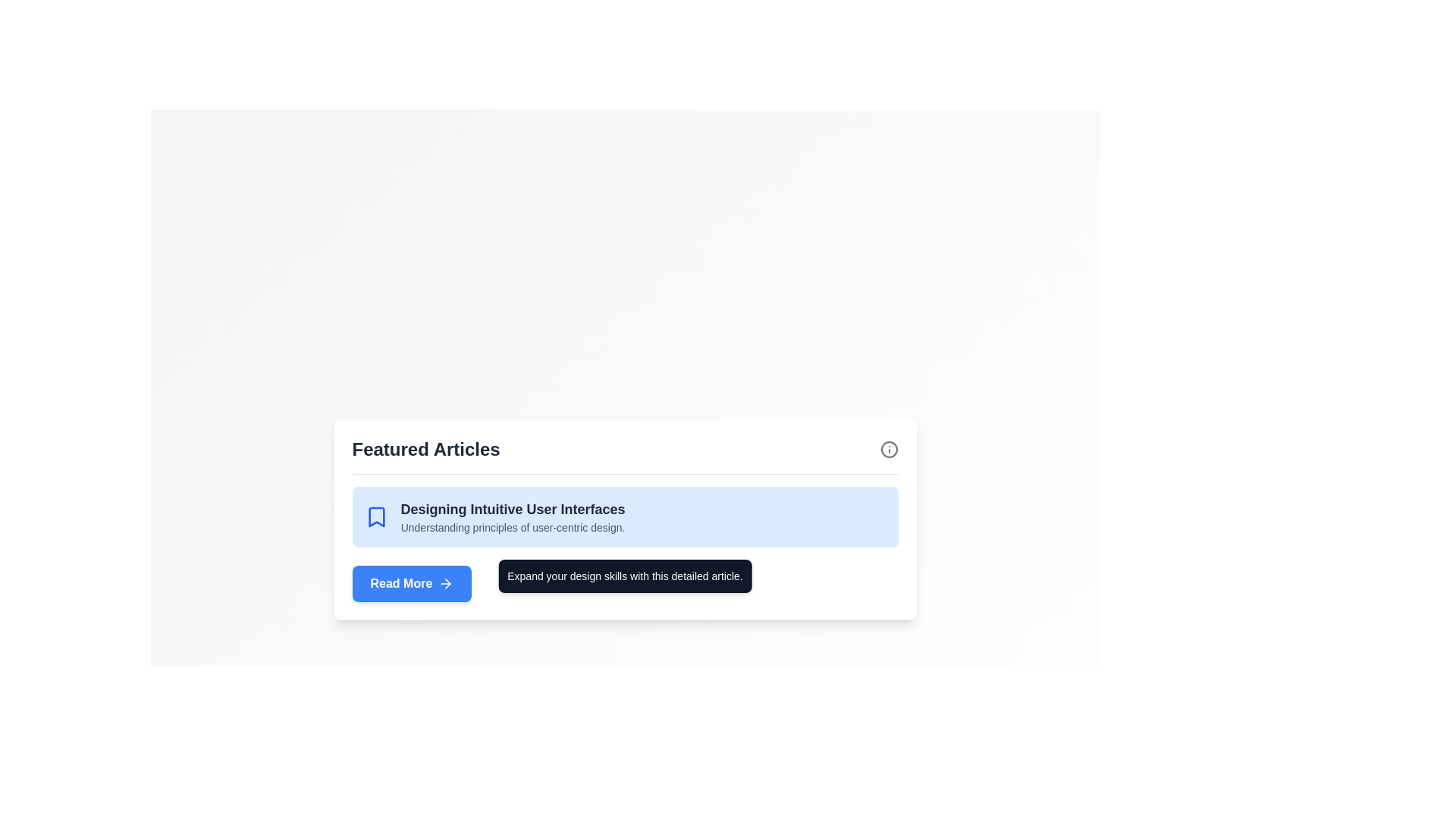 The height and width of the screenshot is (819, 1456). I want to click on the navigation icon located inside the 'Read More' button to the right of its text, which is positioned in the lower-left section of the card under the 'Featured Articles' heading, so click(447, 582).